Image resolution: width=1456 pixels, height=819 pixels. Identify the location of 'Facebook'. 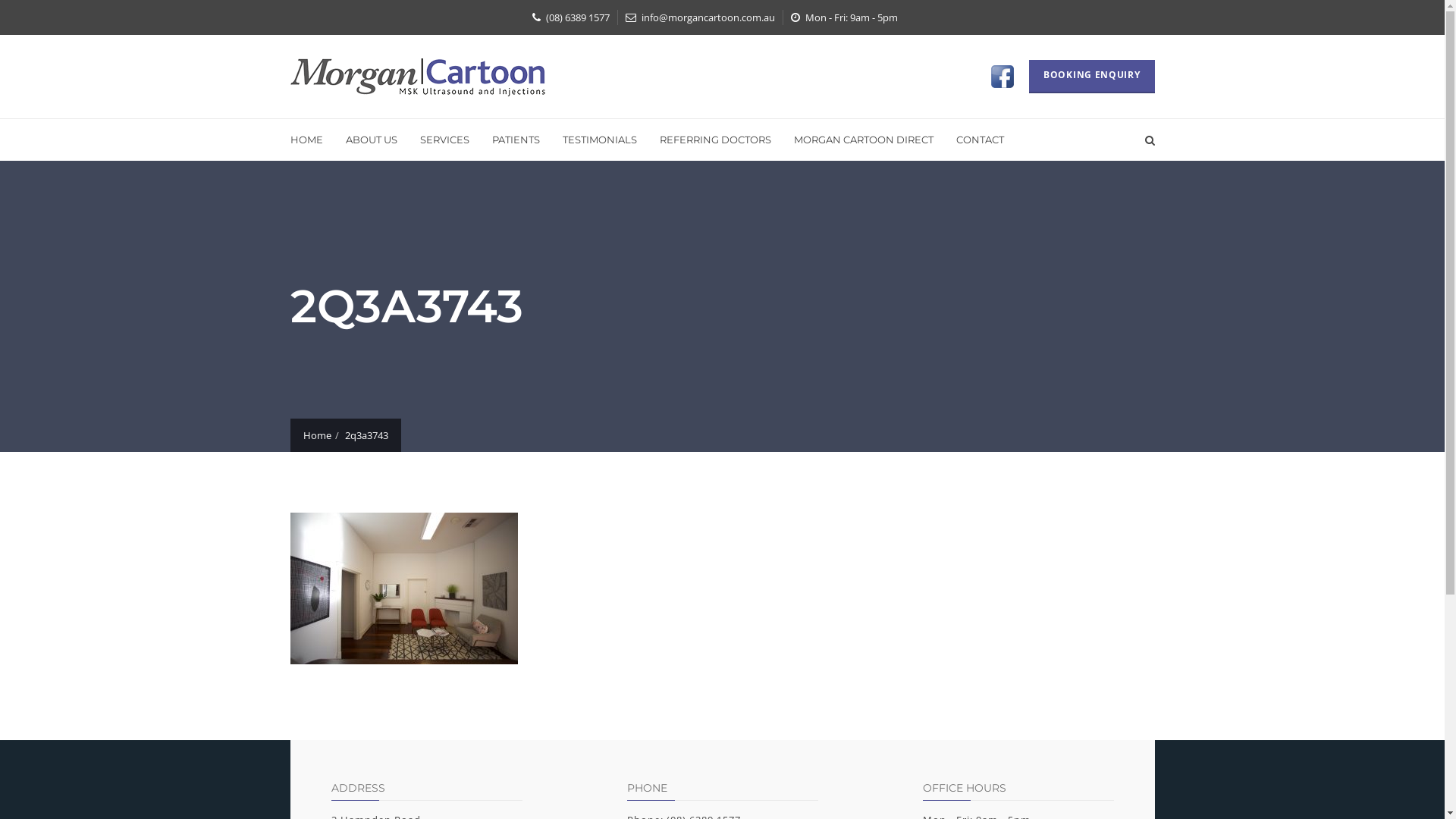
(1004, 77).